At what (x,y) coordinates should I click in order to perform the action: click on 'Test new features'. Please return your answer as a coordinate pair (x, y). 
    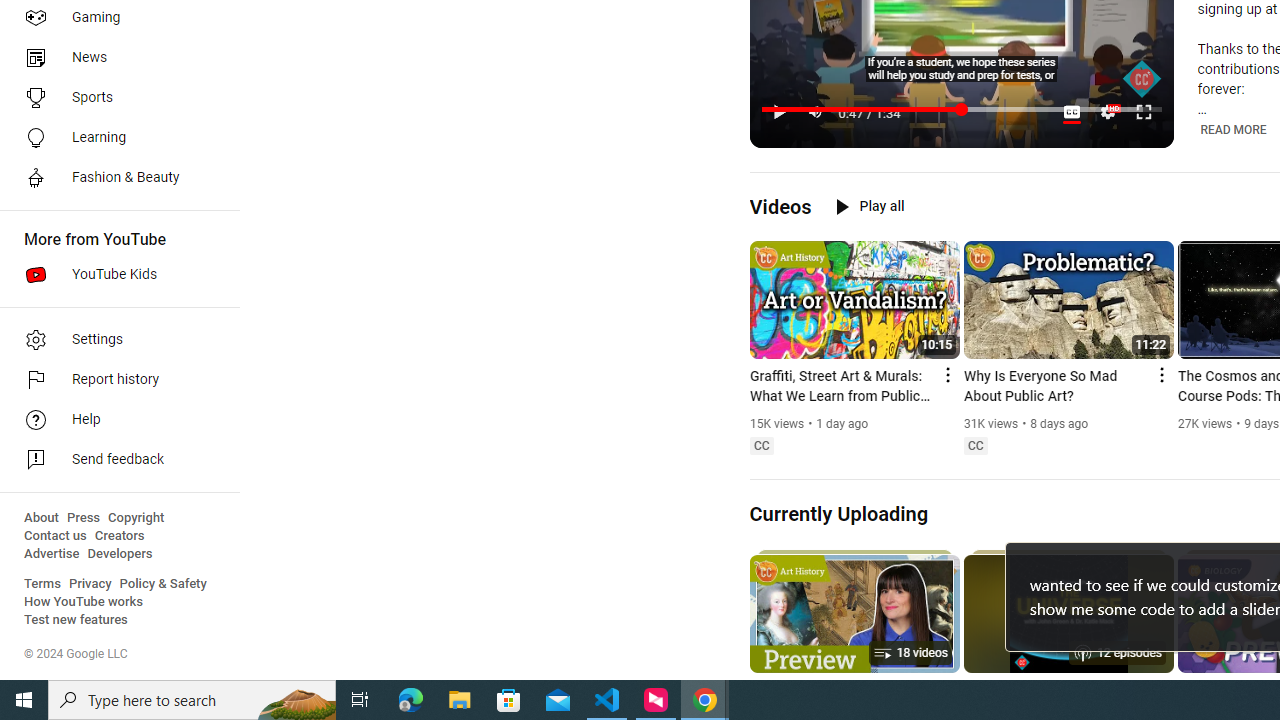
    Looking at the image, I should click on (76, 619).